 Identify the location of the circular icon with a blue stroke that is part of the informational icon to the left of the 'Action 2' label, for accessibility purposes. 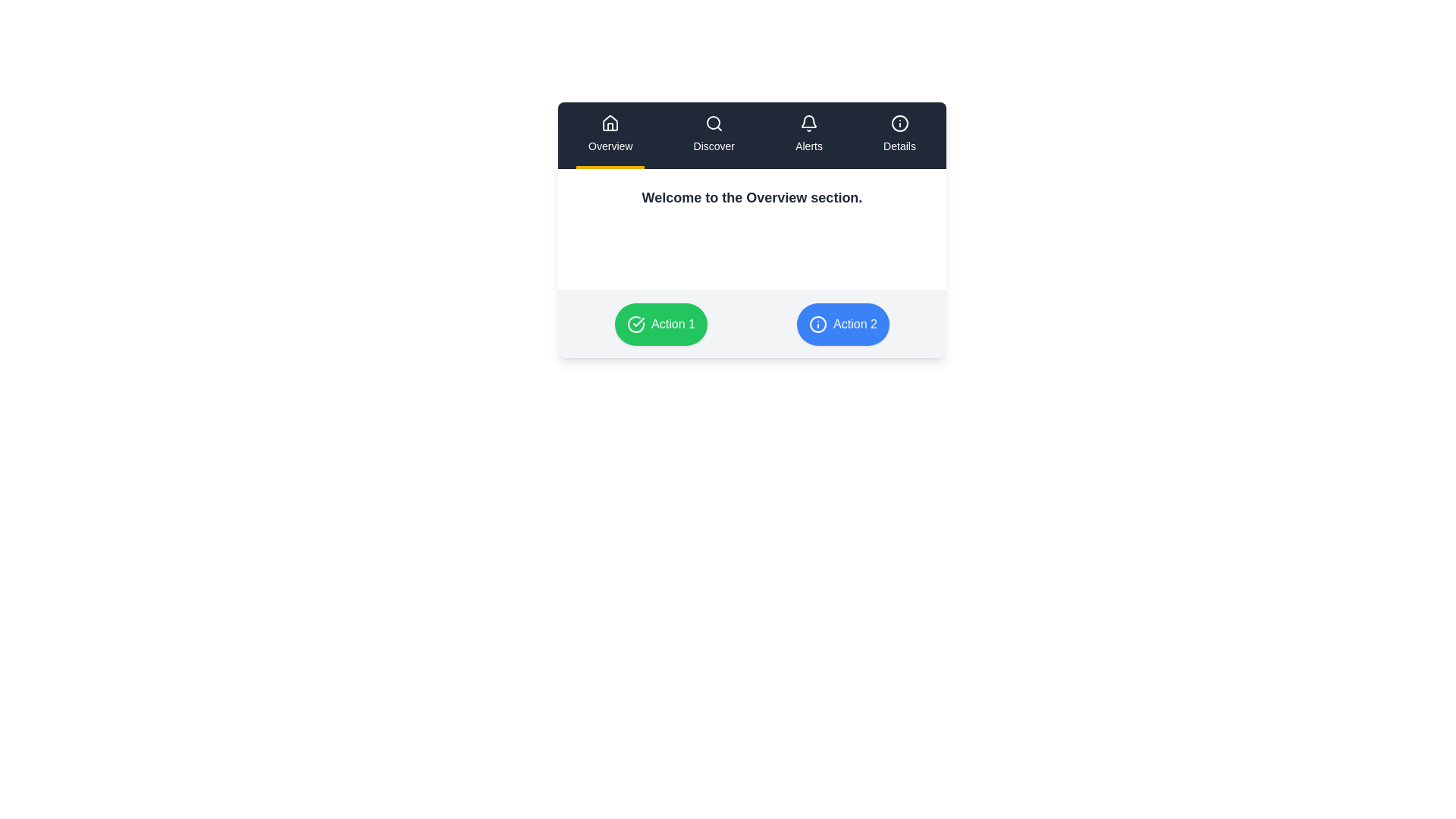
(817, 324).